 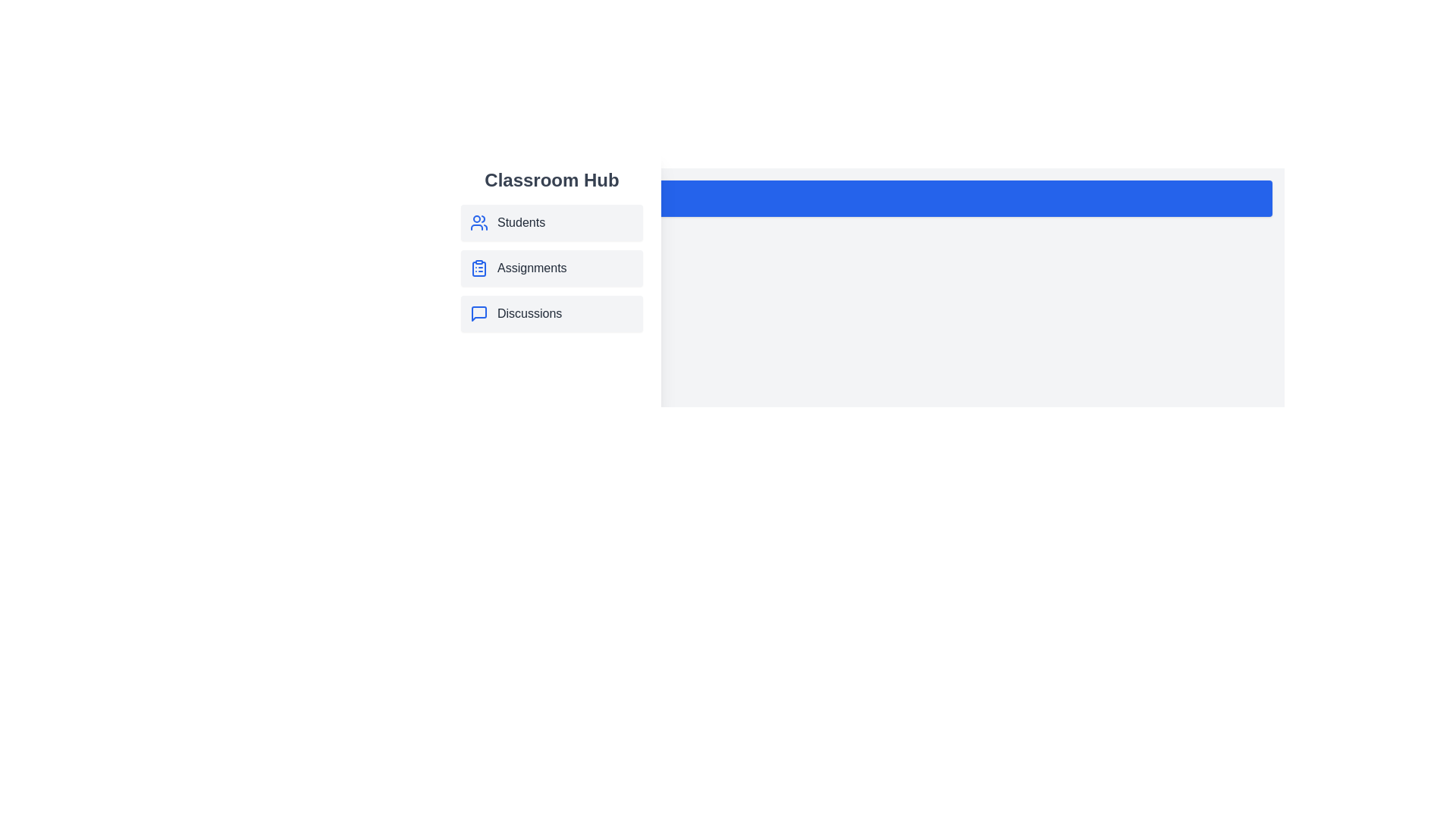 I want to click on the 'Menu' button to toggle the drawer visibility, so click(x=873, y=198).